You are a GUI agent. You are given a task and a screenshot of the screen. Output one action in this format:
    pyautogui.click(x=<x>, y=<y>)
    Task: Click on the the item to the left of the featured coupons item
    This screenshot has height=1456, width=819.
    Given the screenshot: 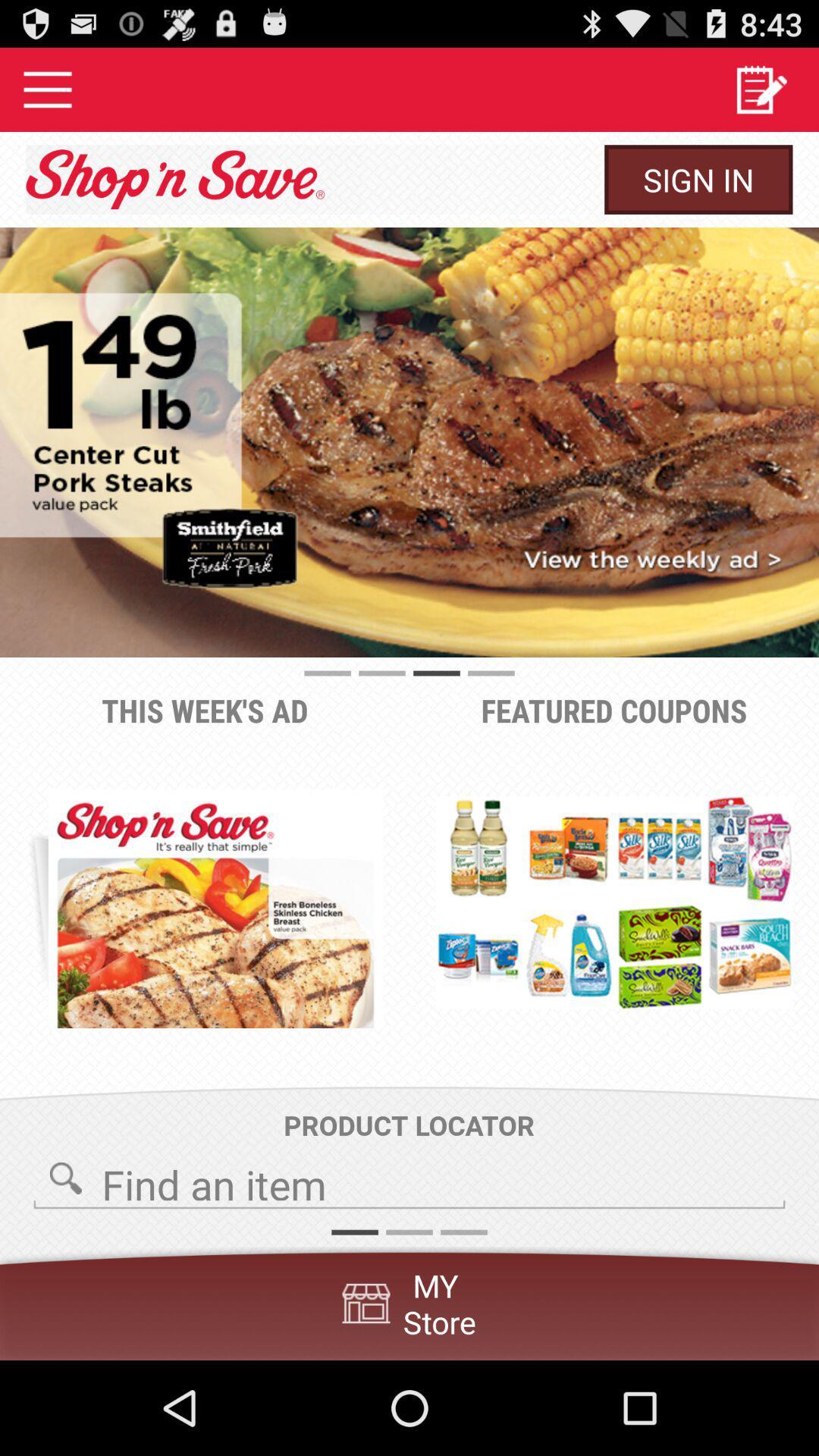 What is the action you would take?
    pyautogui.click(x=215, y=908)
    